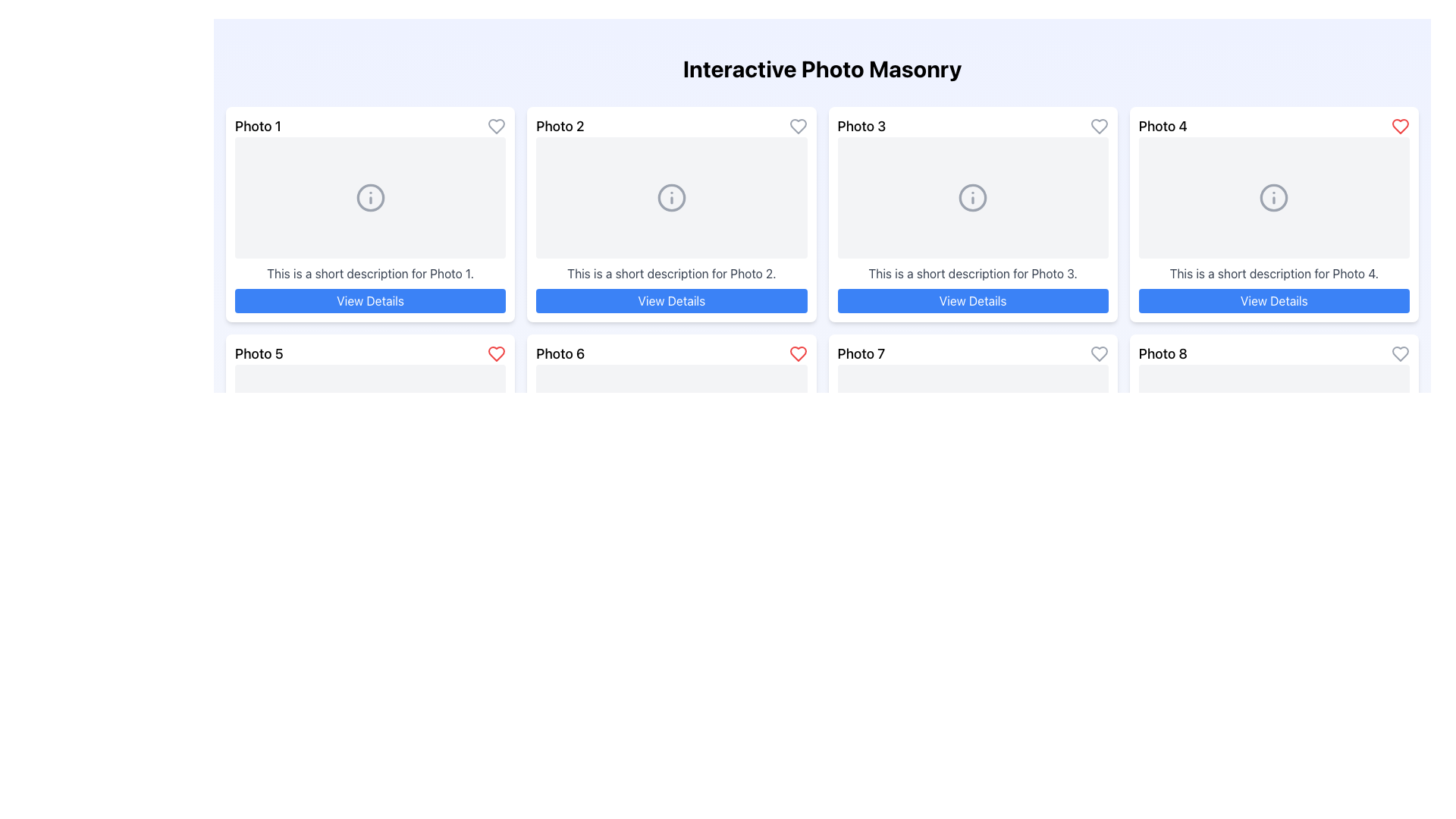 The height and width of the screenshot is (819, 1456). What do you see at coordinates (1099, 125) in the screenshot?
I see `the heart icon in the top-right corner of the 'Photo 3' card` at bounding box center [1099, 125].